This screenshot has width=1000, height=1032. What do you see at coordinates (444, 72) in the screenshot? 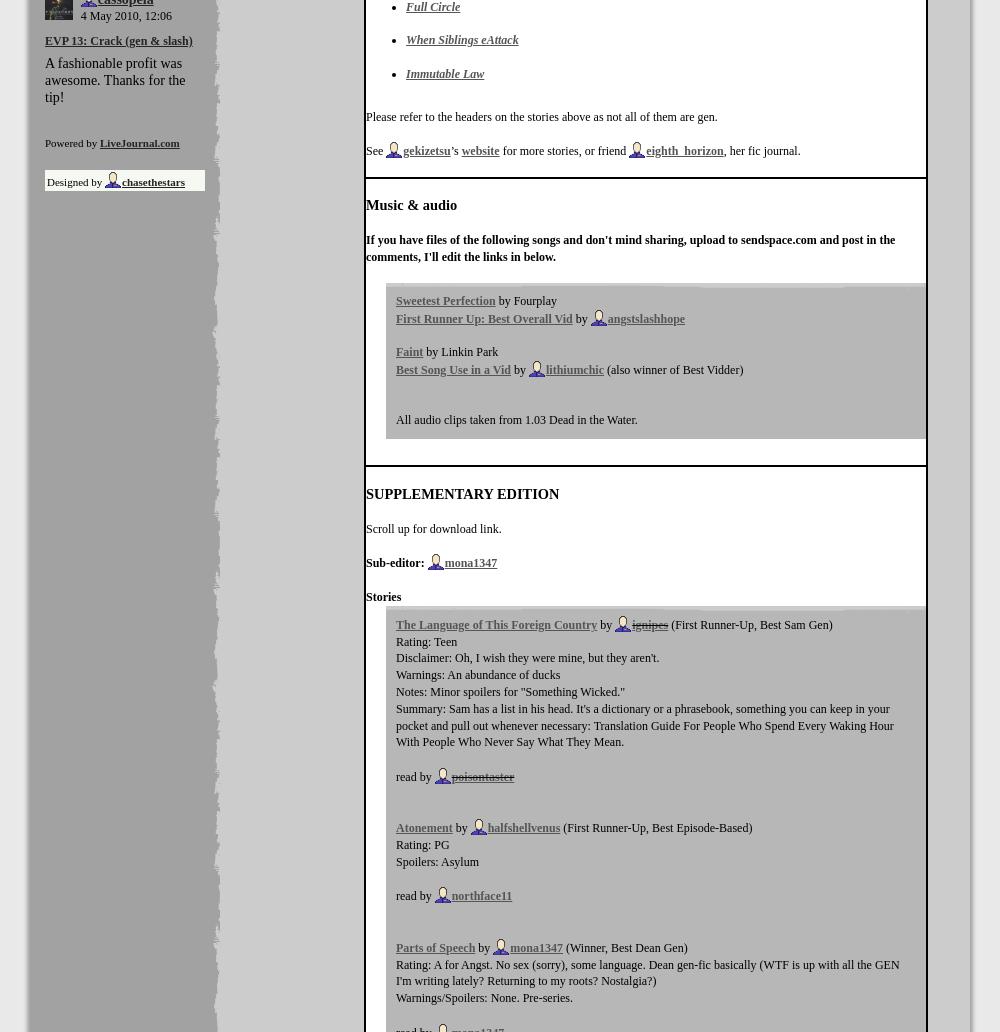
I see `'Immutable Law'` at bounding box center [444, 72].